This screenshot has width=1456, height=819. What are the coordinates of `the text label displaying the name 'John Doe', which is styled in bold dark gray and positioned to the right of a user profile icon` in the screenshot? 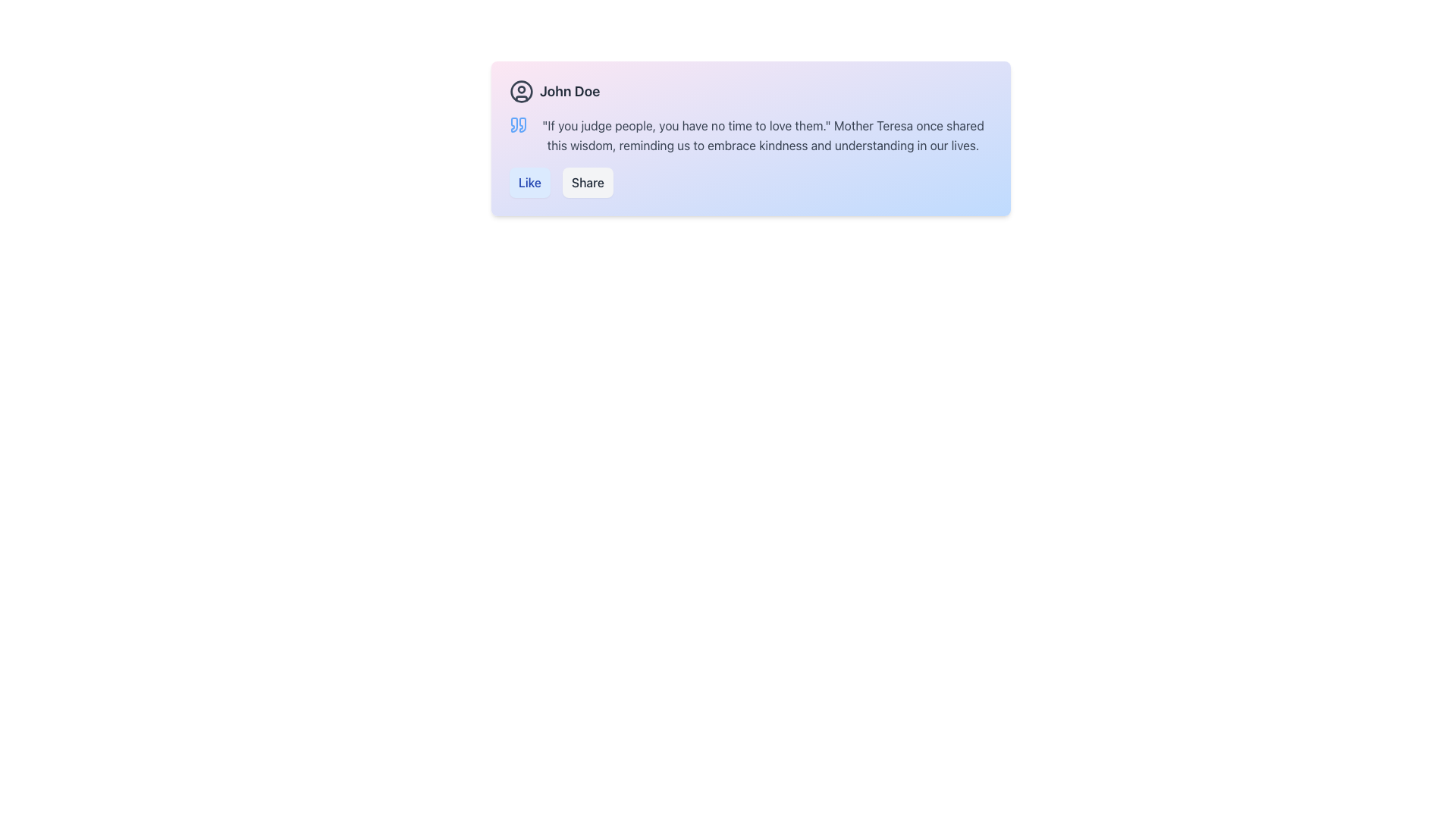 It's located at (569, 91).